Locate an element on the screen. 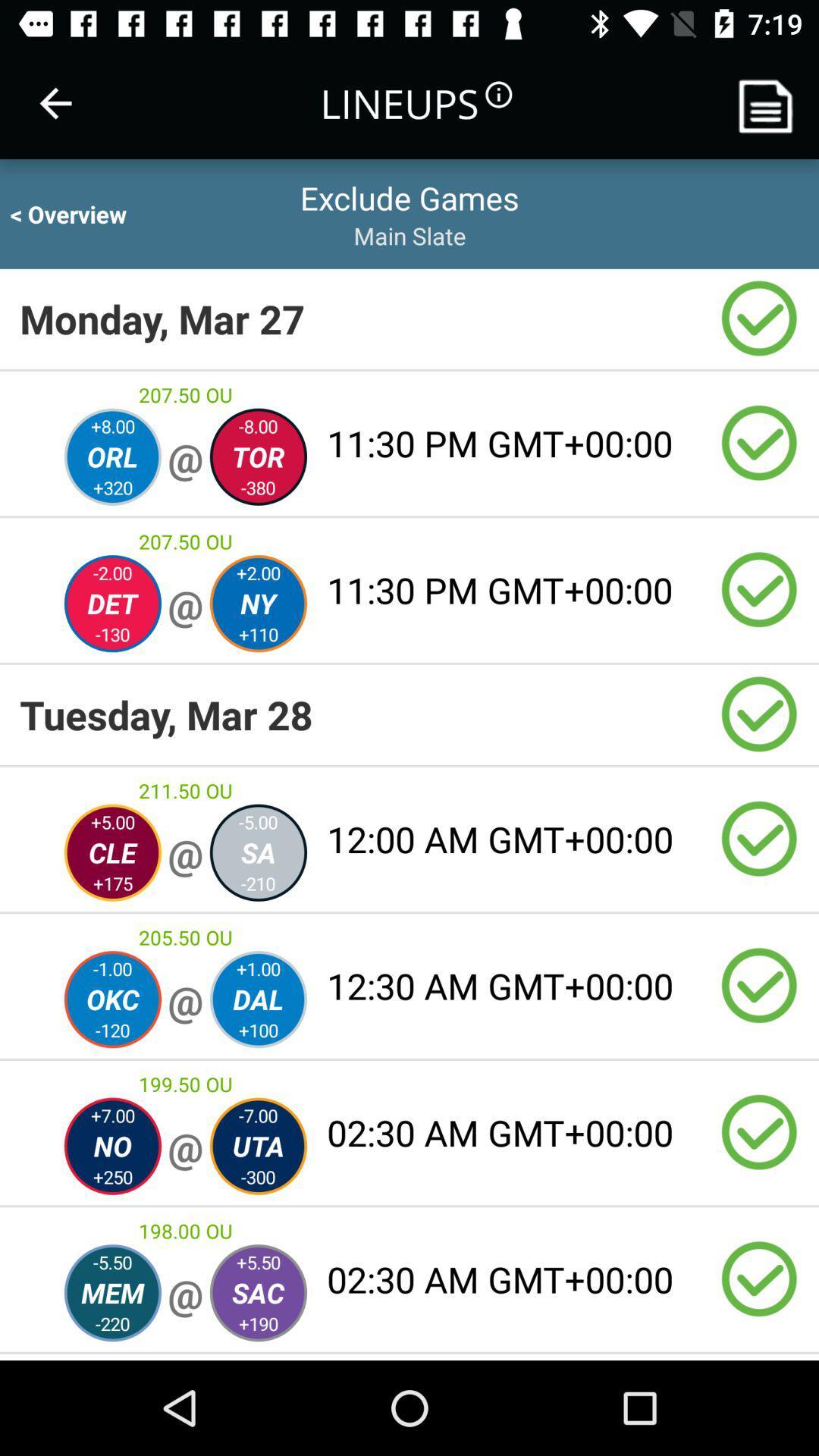  the right circle which is below the 19950 ou is located at coordinates (257, 1147).